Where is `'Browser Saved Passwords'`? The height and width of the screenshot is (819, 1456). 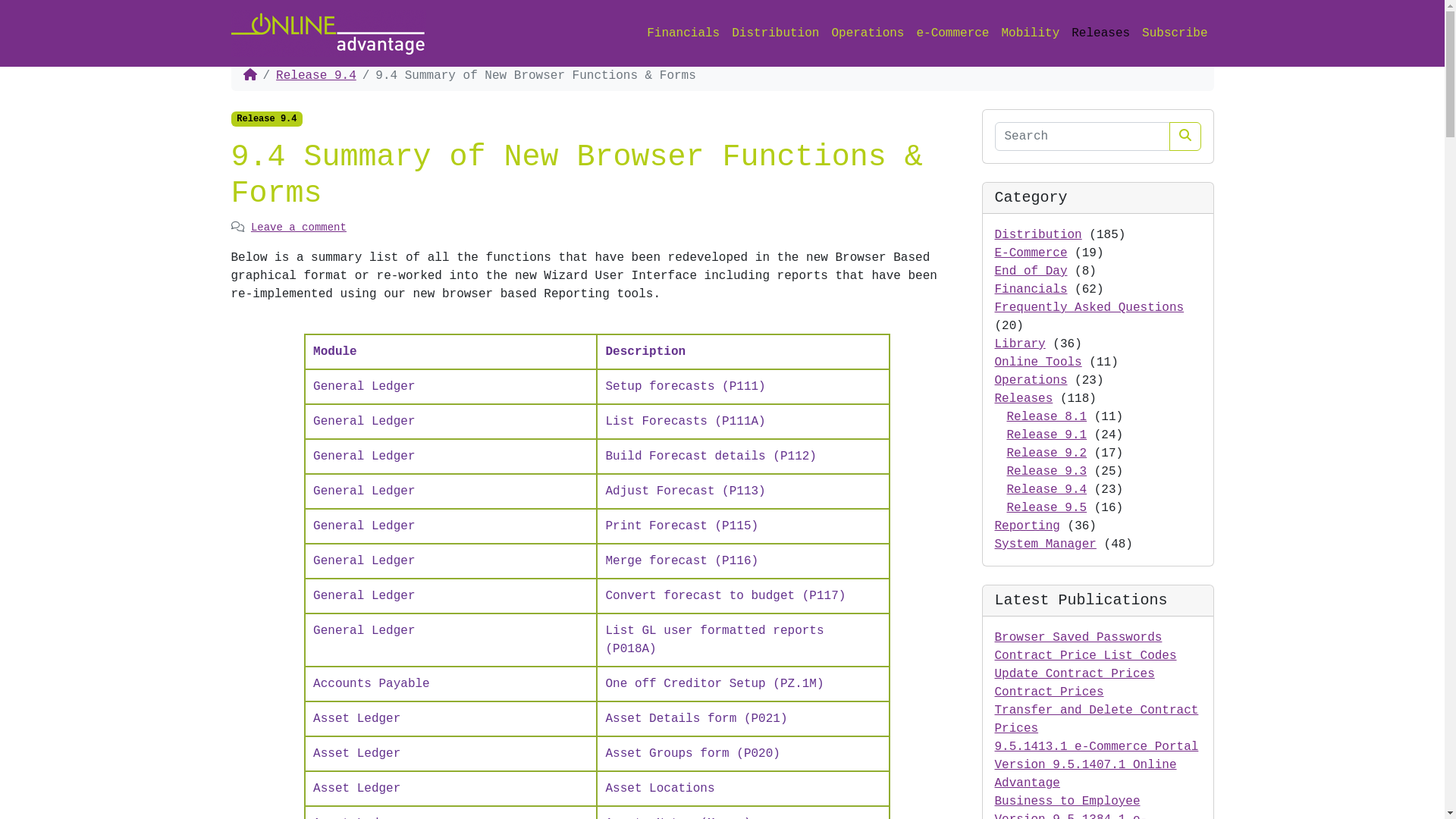
'Browser Saved Passwords' is located at coordinates (1078, 637).